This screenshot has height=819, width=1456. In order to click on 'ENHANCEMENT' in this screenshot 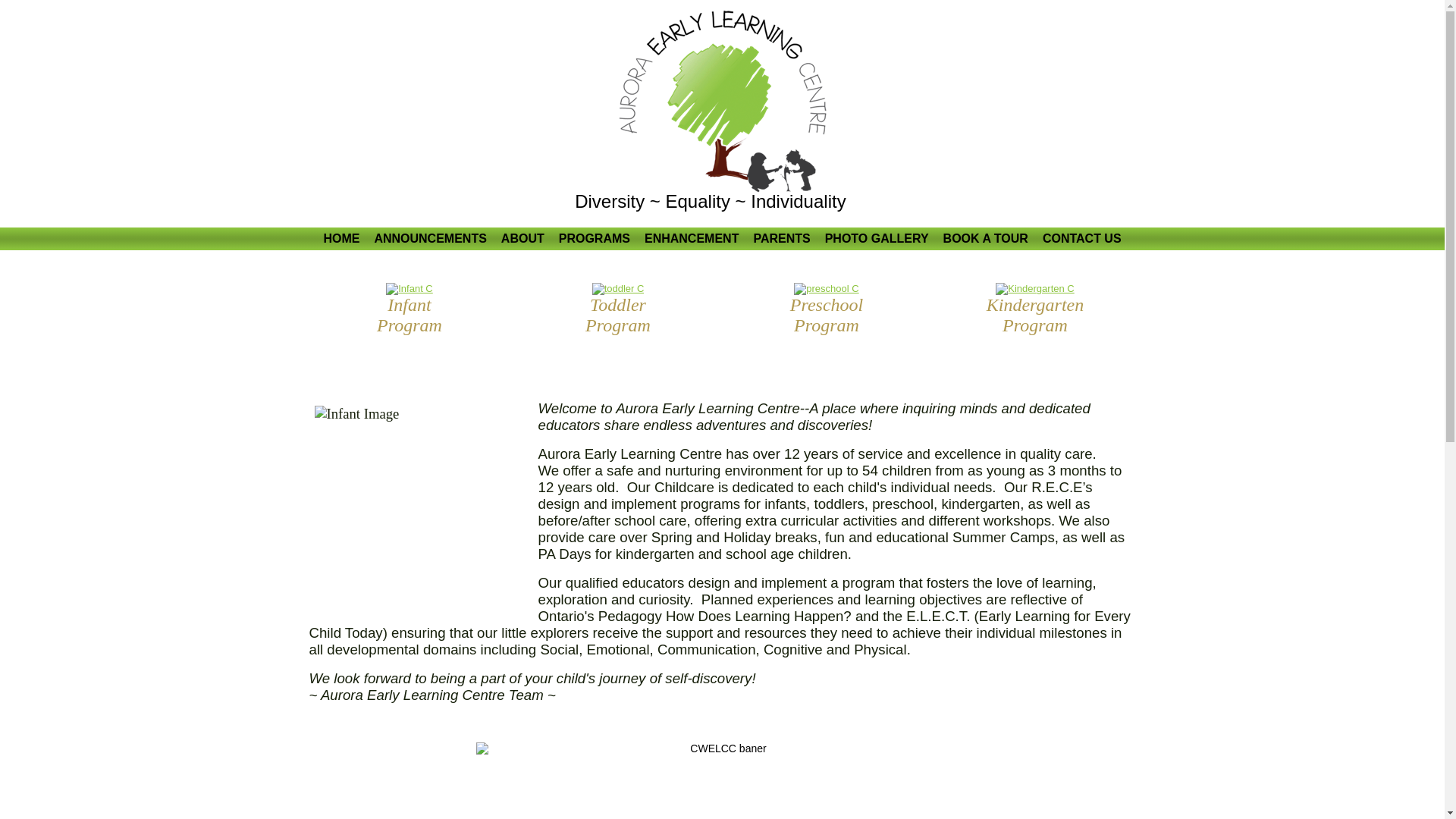, I will do `click(637, 239)`.